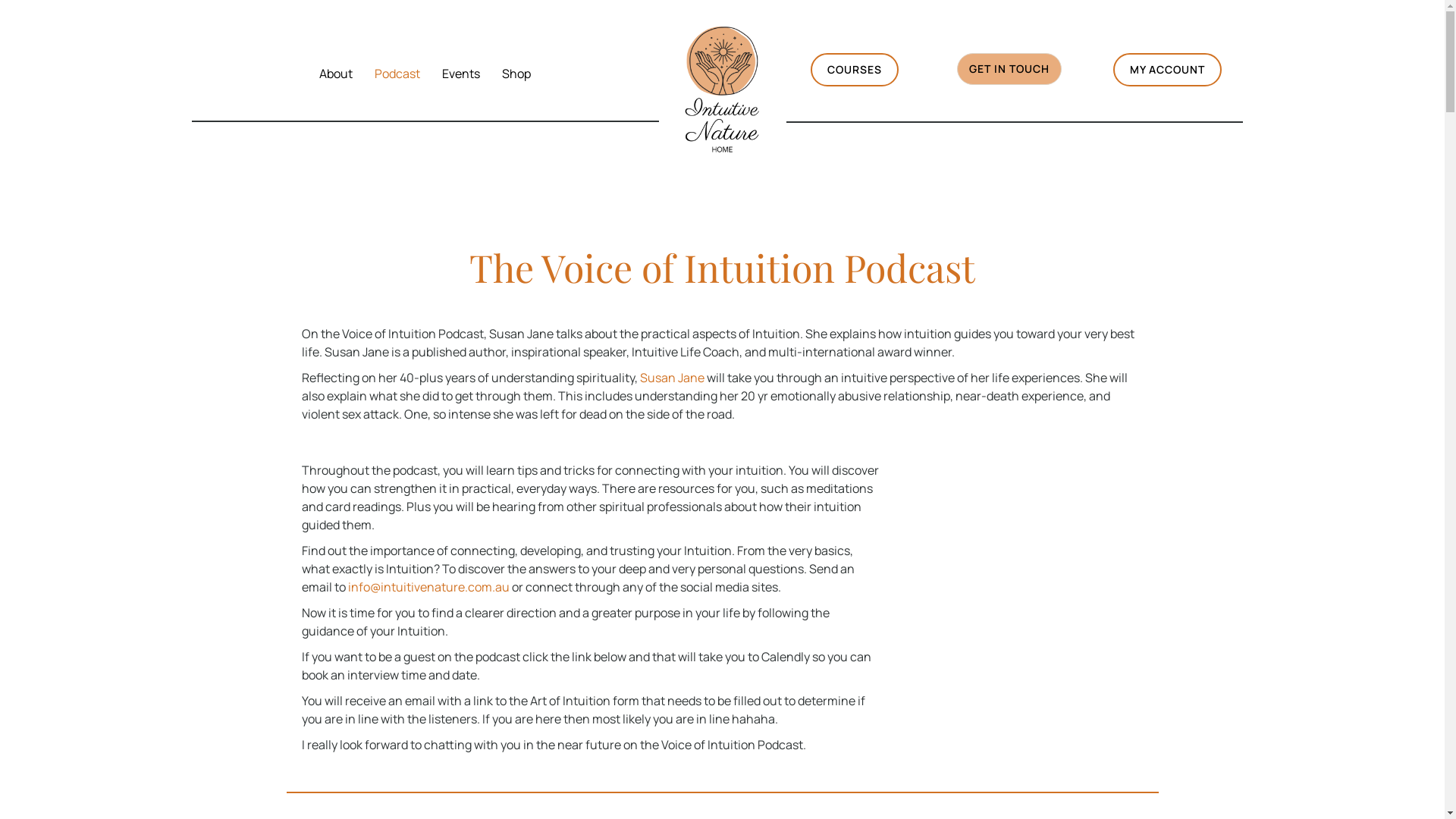  What do you see at coordinates (397, 73) in the screenshot?
I see `'Podcast'` at bounding box center [397, 73].